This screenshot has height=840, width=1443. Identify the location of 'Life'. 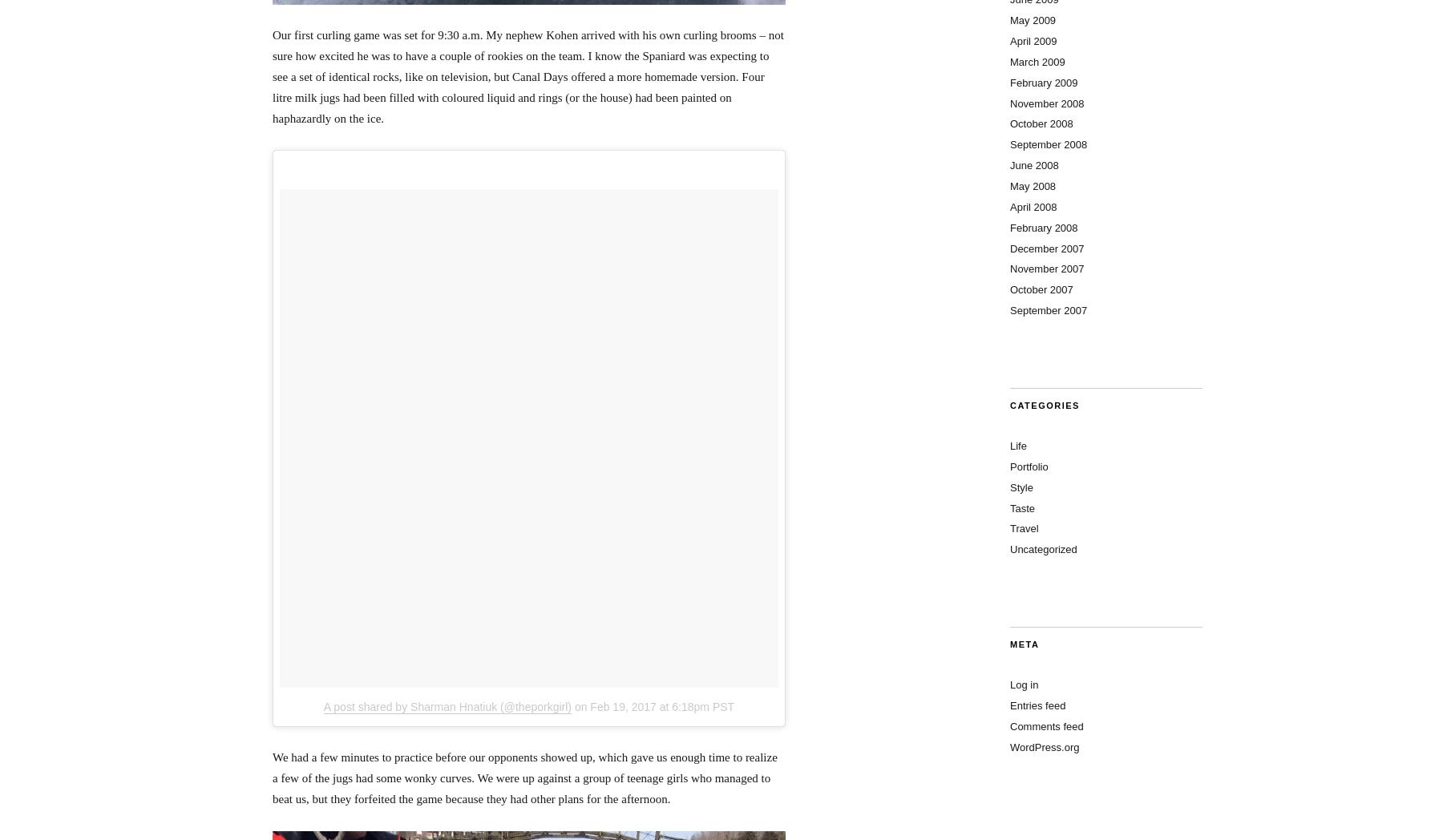
(1010, 445).